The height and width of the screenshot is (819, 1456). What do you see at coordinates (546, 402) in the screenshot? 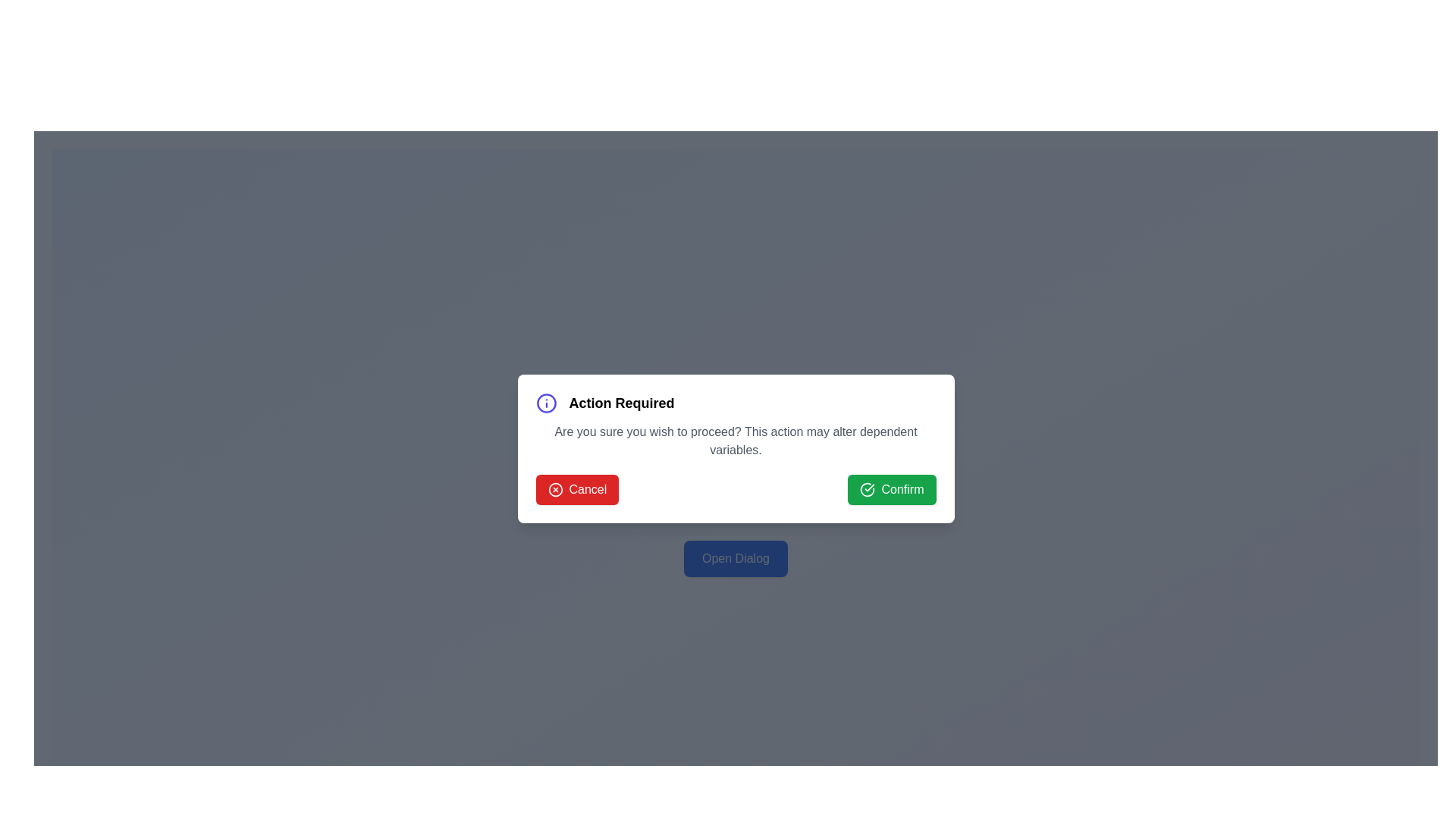
I see `the circular indigo icon with an 'i' symbol that is positioned to the left of the 'Action Required' header text in the modal dialog` at bounding box center [546, 402].